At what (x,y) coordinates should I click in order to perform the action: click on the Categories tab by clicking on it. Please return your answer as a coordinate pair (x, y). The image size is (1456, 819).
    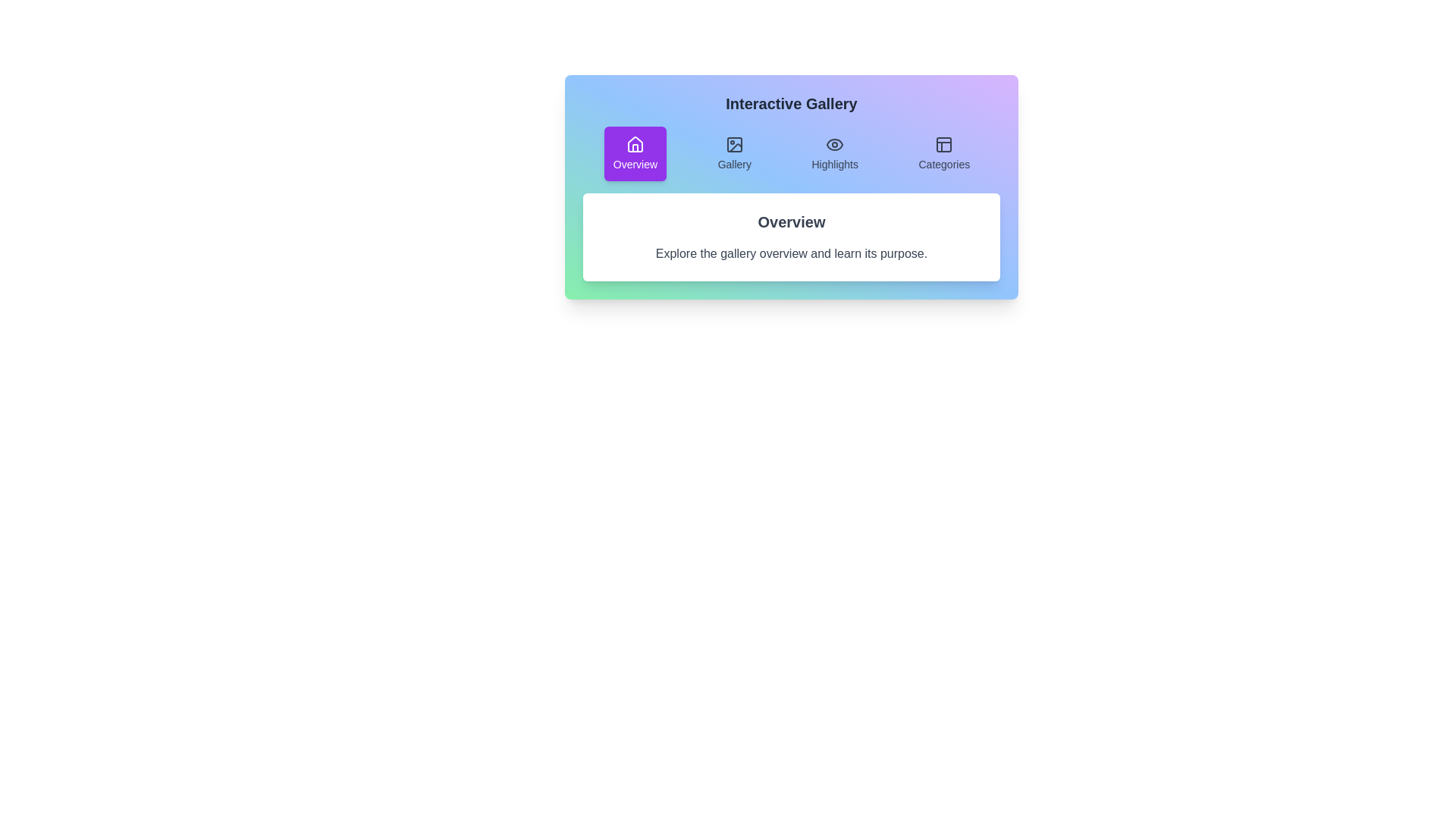
    Looking at the image, I should click on (943, 154).